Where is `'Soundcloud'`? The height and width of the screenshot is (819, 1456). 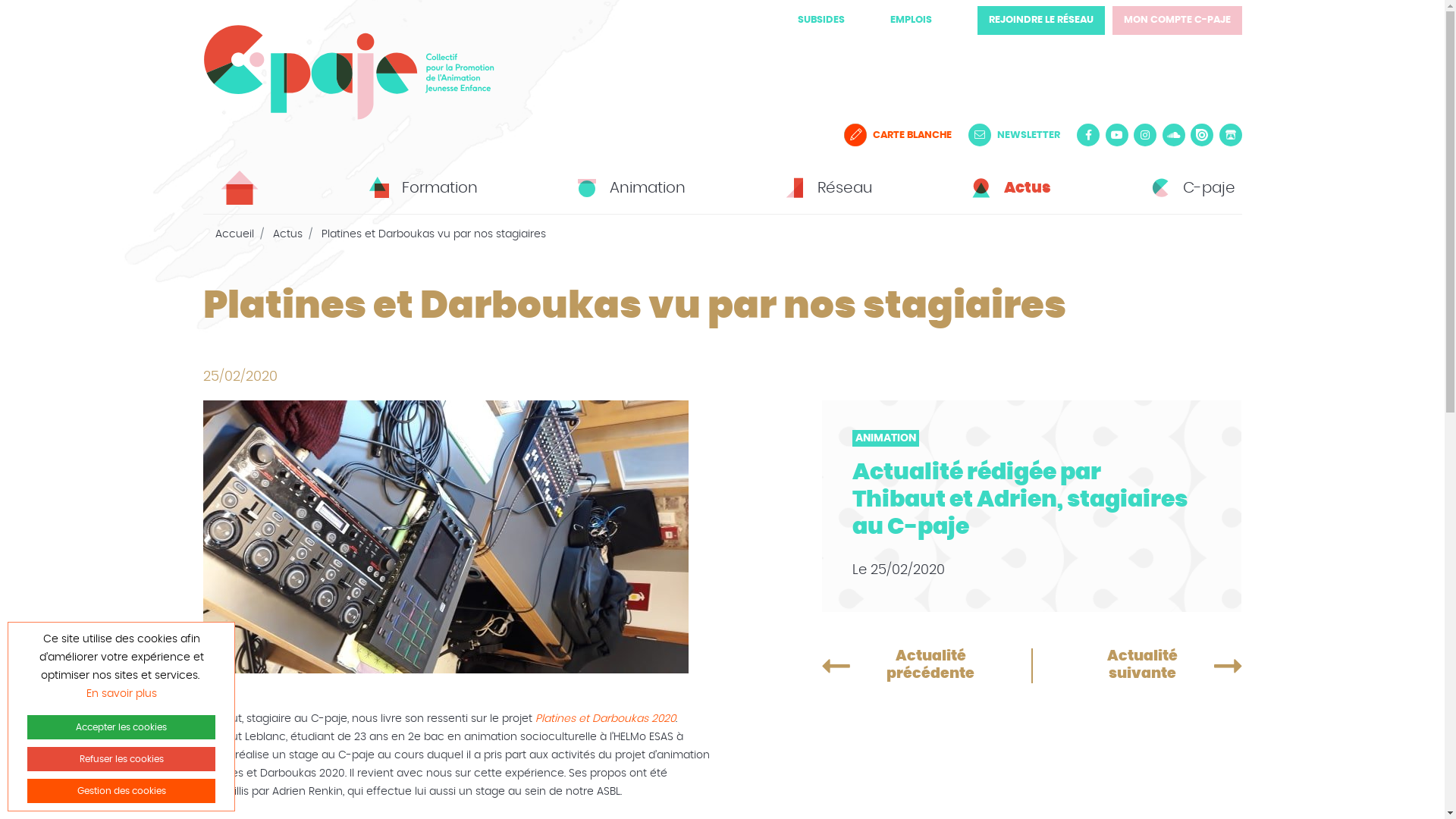 'Soundcloud' is located at coordinates (1160, 133).